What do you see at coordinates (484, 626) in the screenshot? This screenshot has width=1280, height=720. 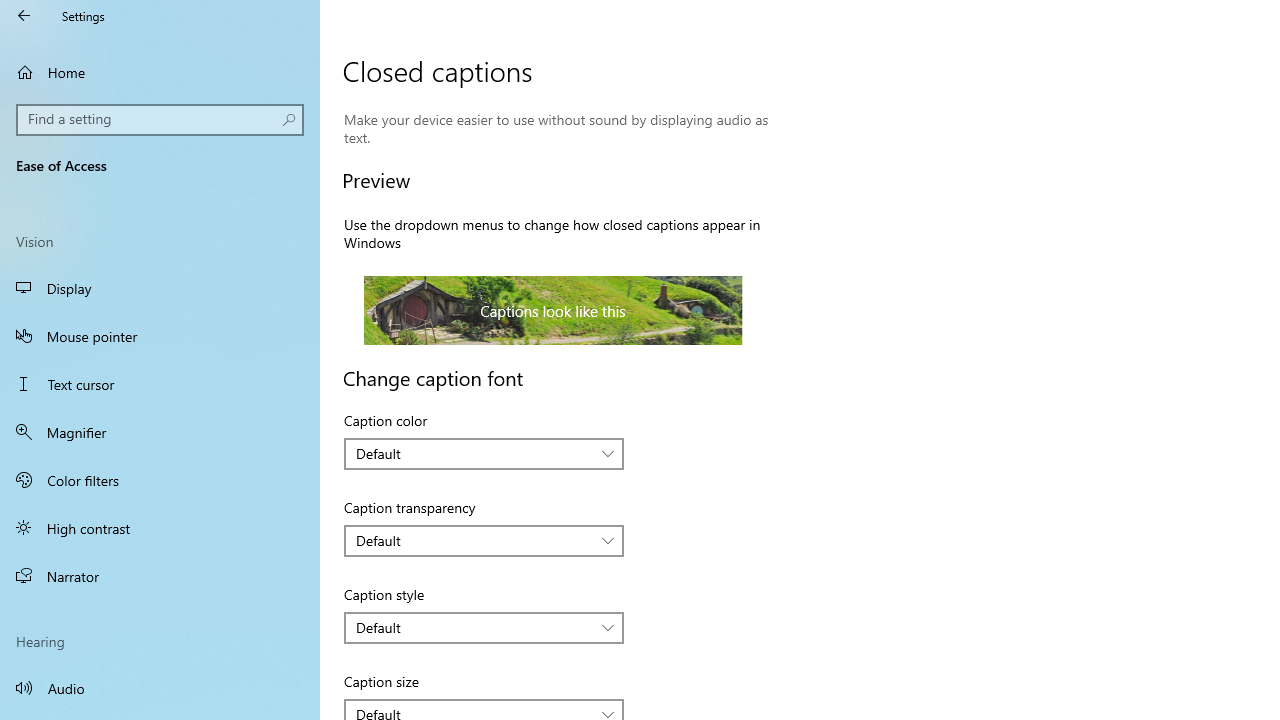 I see `'Caption style'` at bounding box center [484, 626].